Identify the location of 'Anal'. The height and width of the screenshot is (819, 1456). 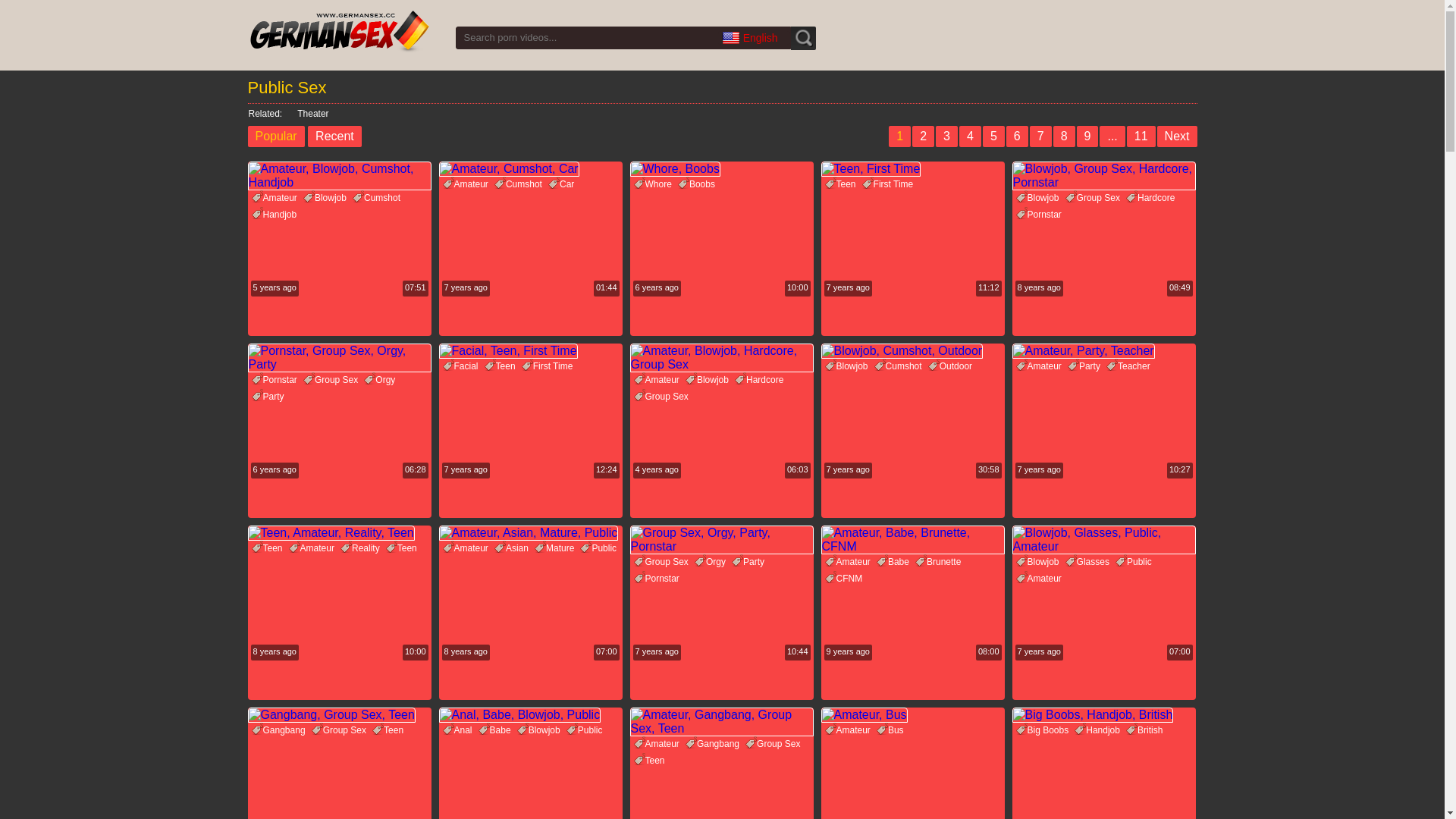
(442, 730).